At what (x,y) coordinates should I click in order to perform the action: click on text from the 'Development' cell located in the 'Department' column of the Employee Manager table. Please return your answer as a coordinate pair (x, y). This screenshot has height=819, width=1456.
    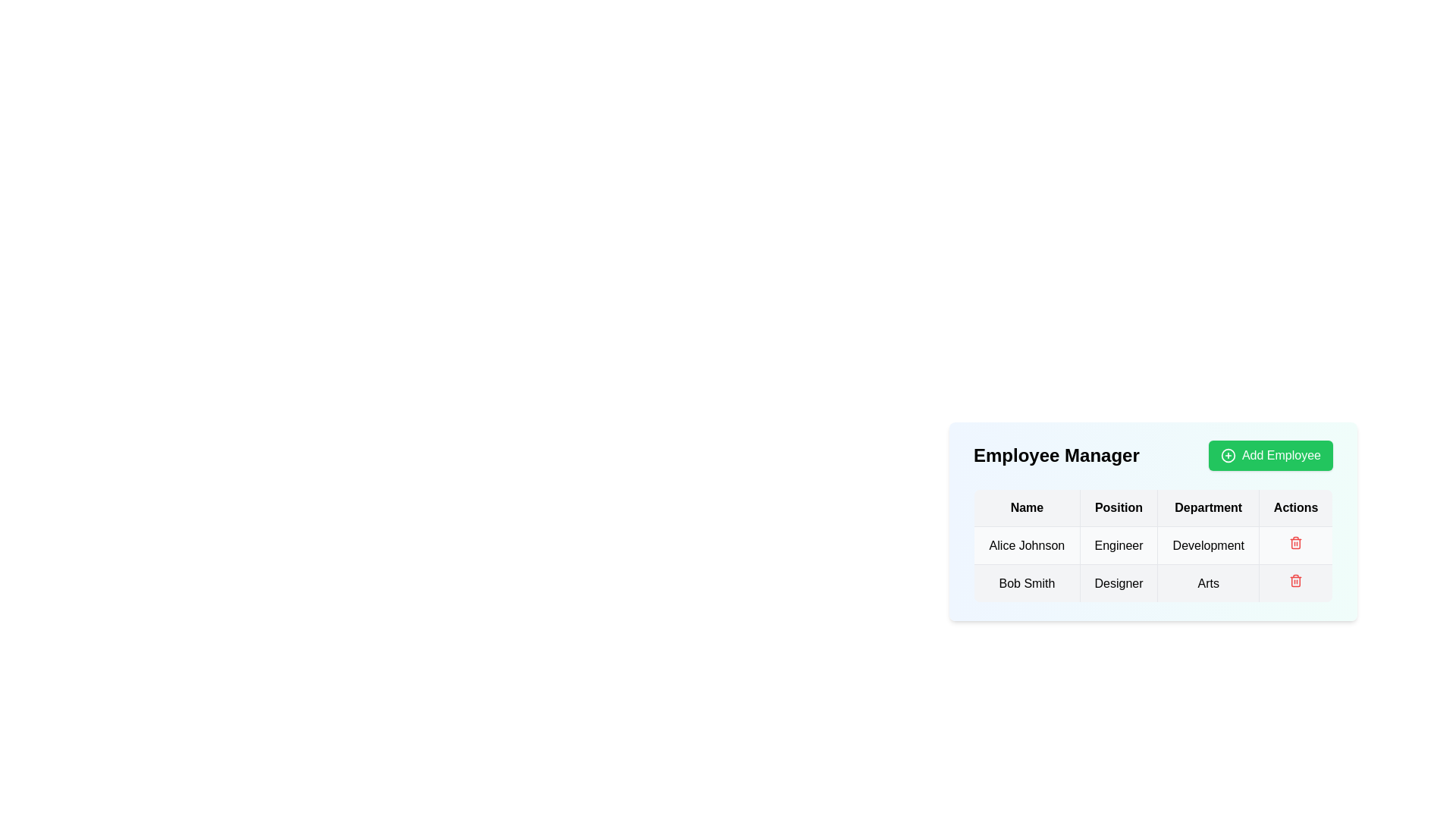
    Looking at the image, I should click on (1207, 544).